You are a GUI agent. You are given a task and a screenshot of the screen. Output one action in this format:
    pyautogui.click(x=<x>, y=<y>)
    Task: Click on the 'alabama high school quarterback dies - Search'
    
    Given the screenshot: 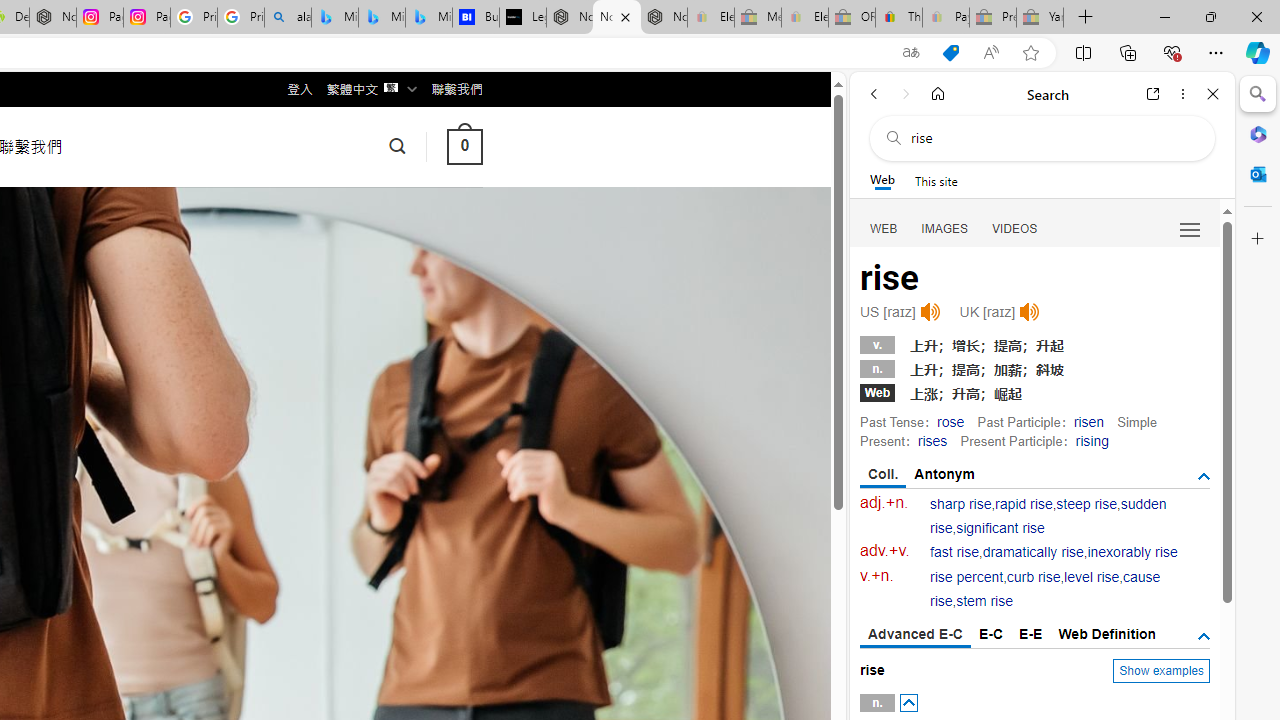 What is the action you would take?
    pyautogui.click(x=287, y=17)
    